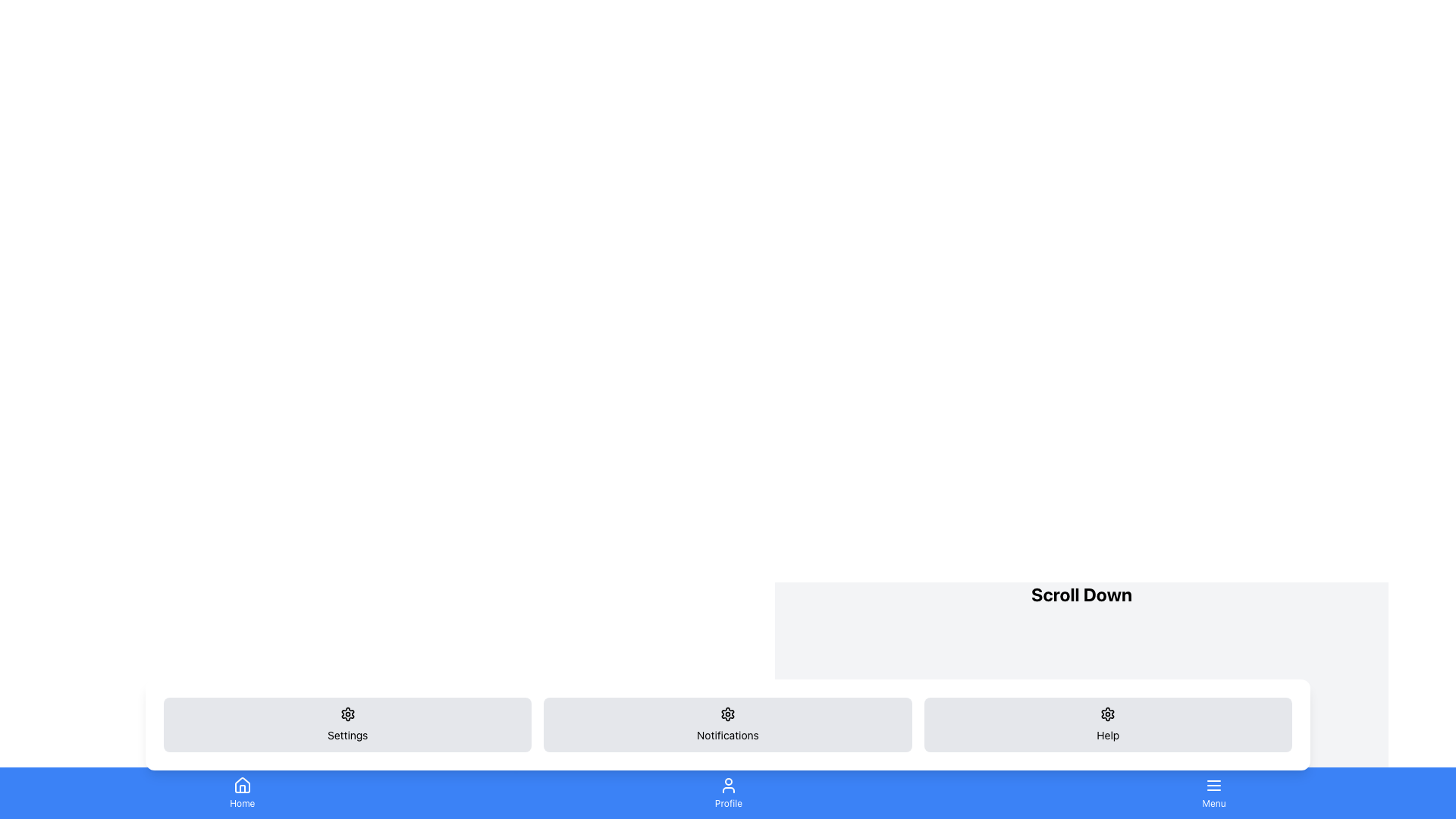  Describe the element at coordinates (728, 792) in the screenshot. I see `the navigation button located at the center of the bottom navigation bar` at that location.